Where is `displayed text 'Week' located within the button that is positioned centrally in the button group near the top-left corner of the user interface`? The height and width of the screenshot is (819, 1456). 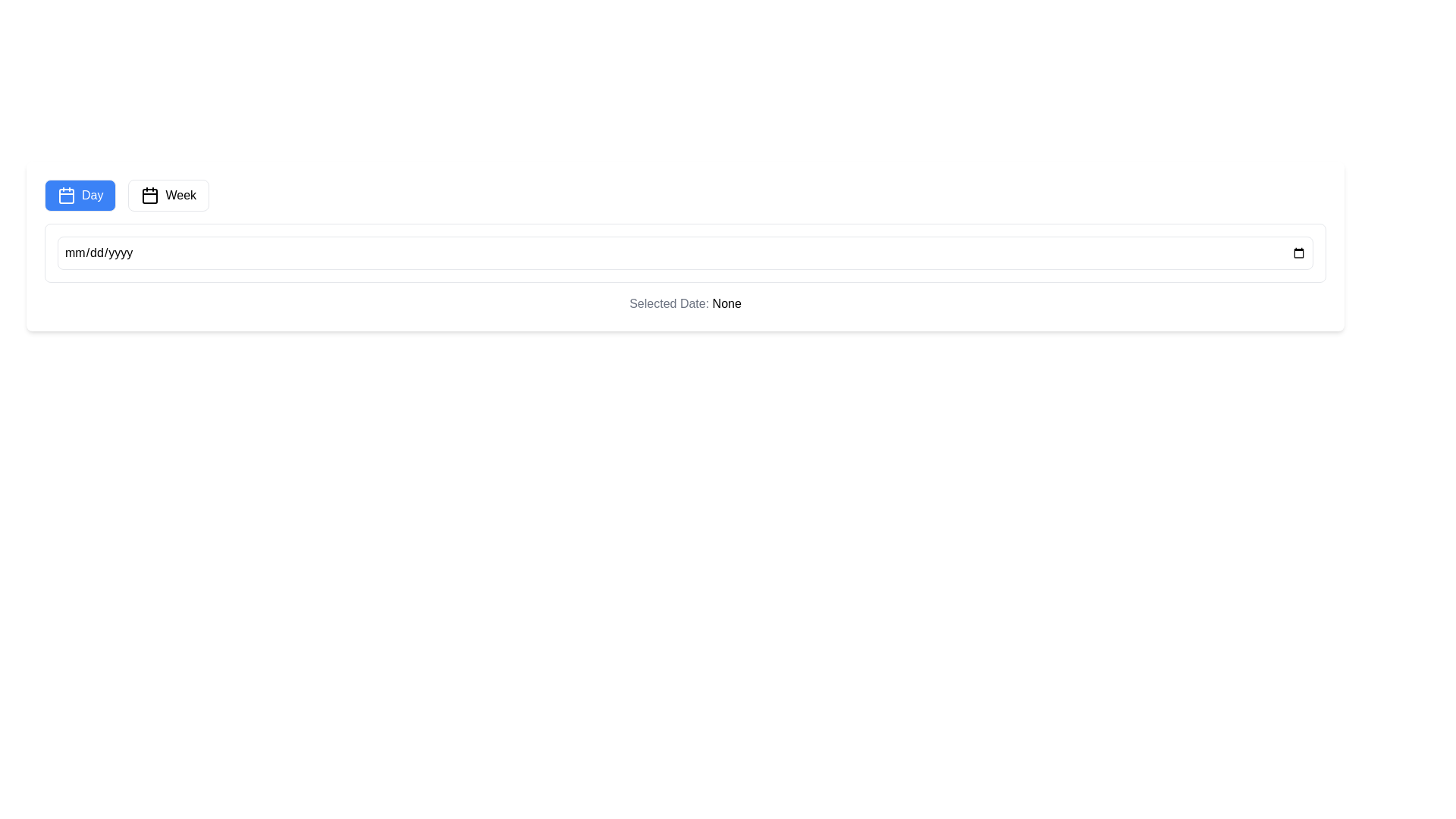
displayed text 'Week' located within the button that is positioned centrally in the button group near the top-left corner of the user interface is located at coordinates (180, 195).